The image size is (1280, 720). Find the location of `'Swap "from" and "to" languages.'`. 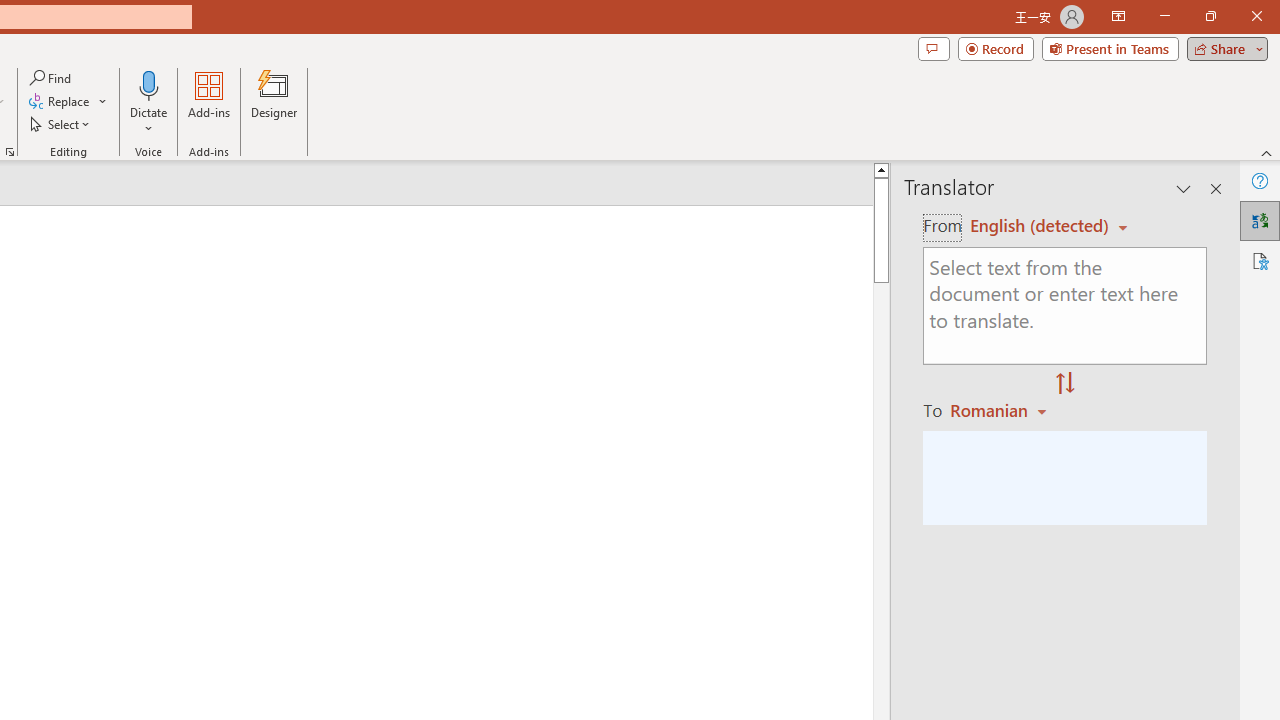

'Swap "from" and "to" languages.' is located at coordinates (1064, 384).